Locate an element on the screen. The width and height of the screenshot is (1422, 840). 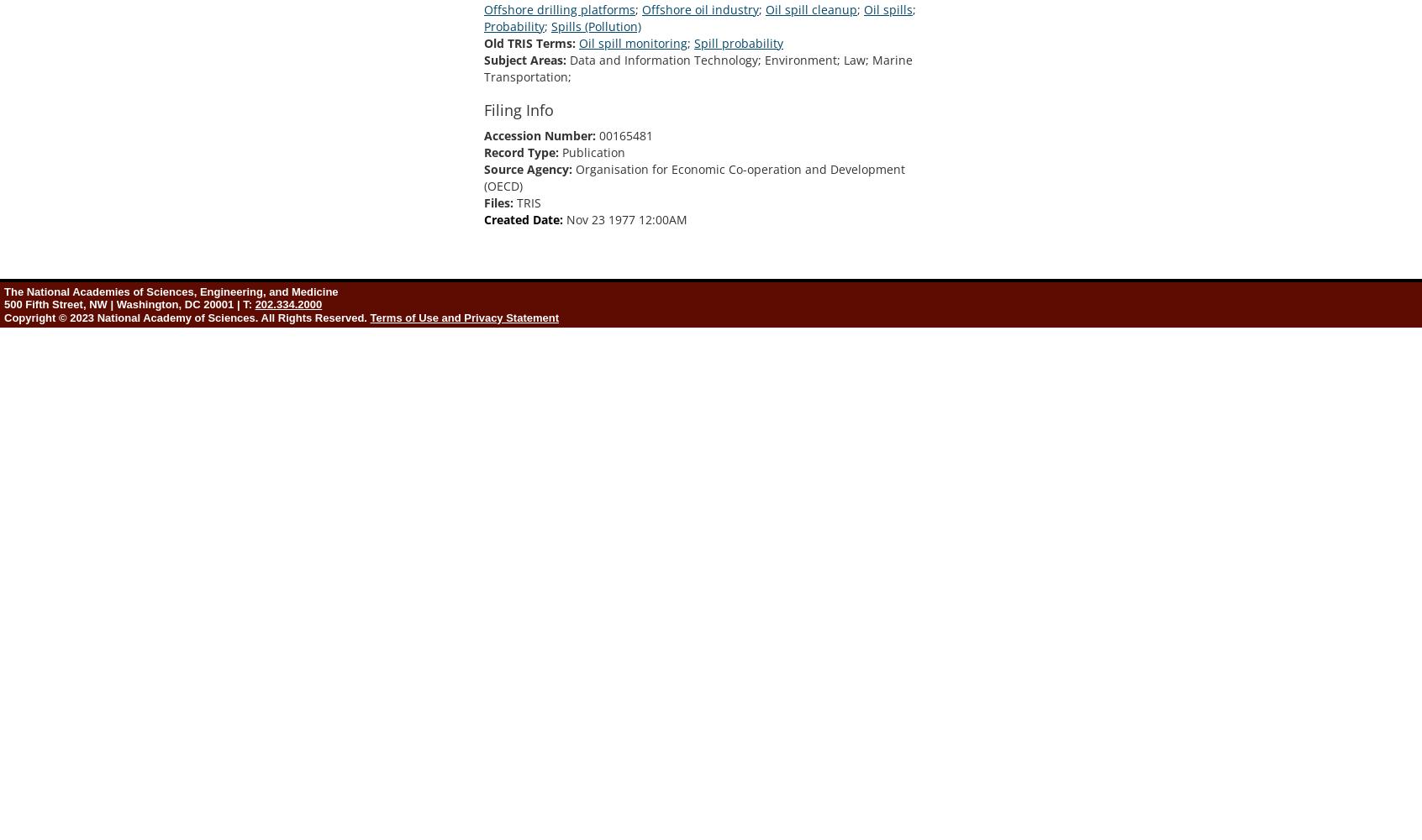
'500 Fifth Street, NW | Washington, DC 20001 | Τ:' is located at coordinates (128, 302).